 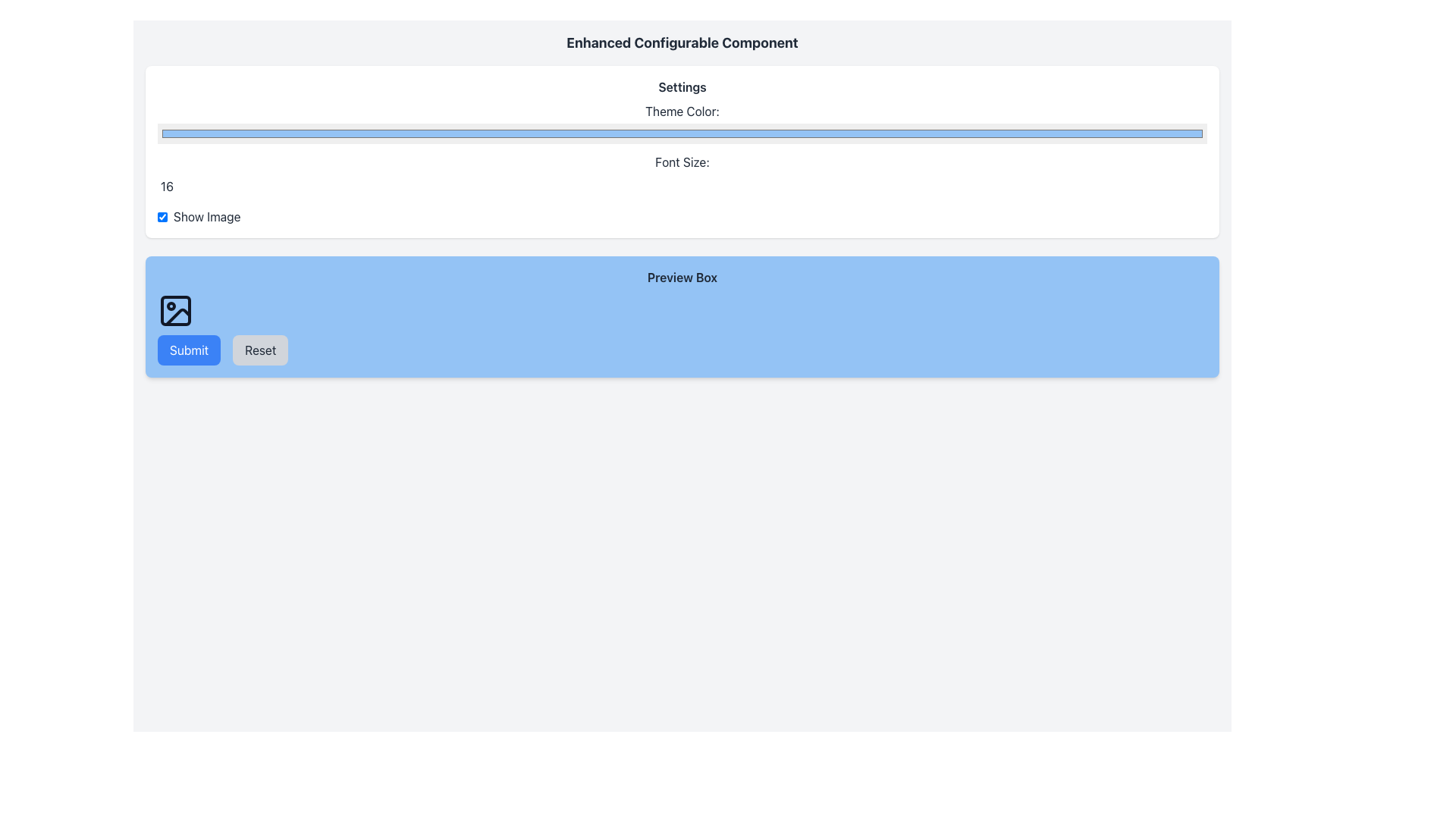 I want to click on the decorative icon located in the 'Preview Box' section, which is above and left-aligned with the 'Submit' button, on its light blue background area, so click(x=175, y=309).